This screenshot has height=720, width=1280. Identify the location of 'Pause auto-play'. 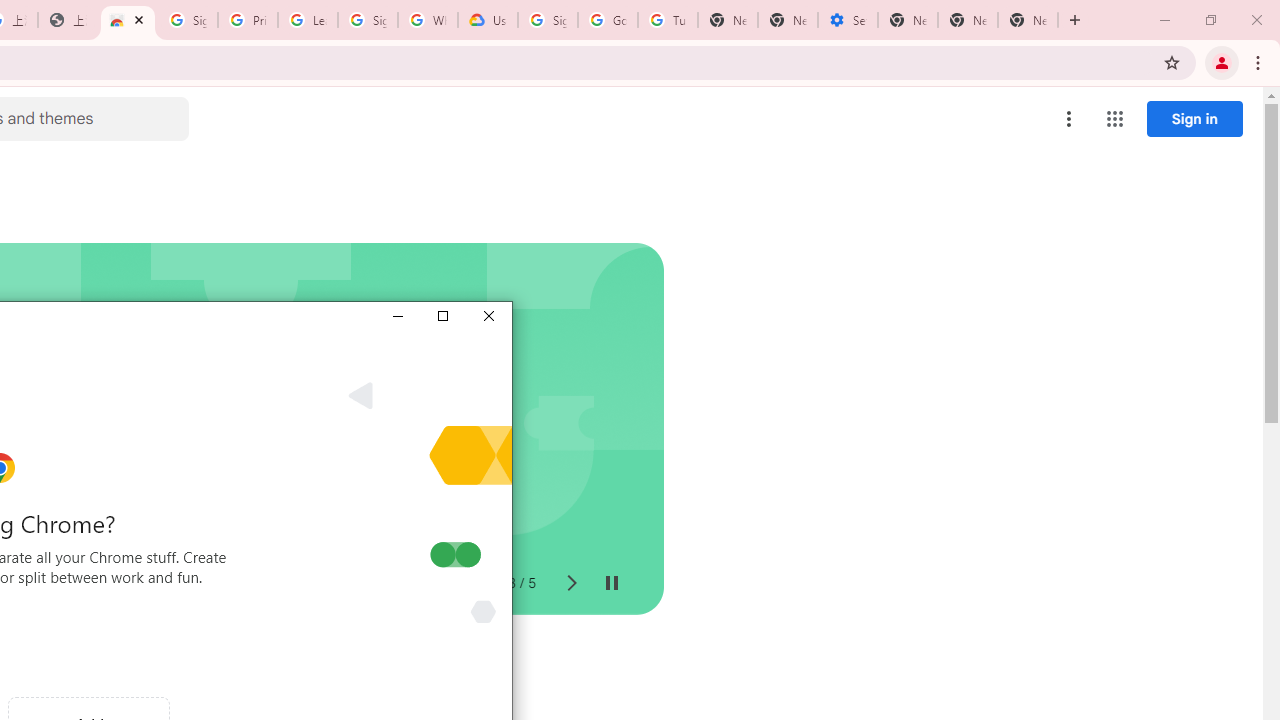
(610, 583).